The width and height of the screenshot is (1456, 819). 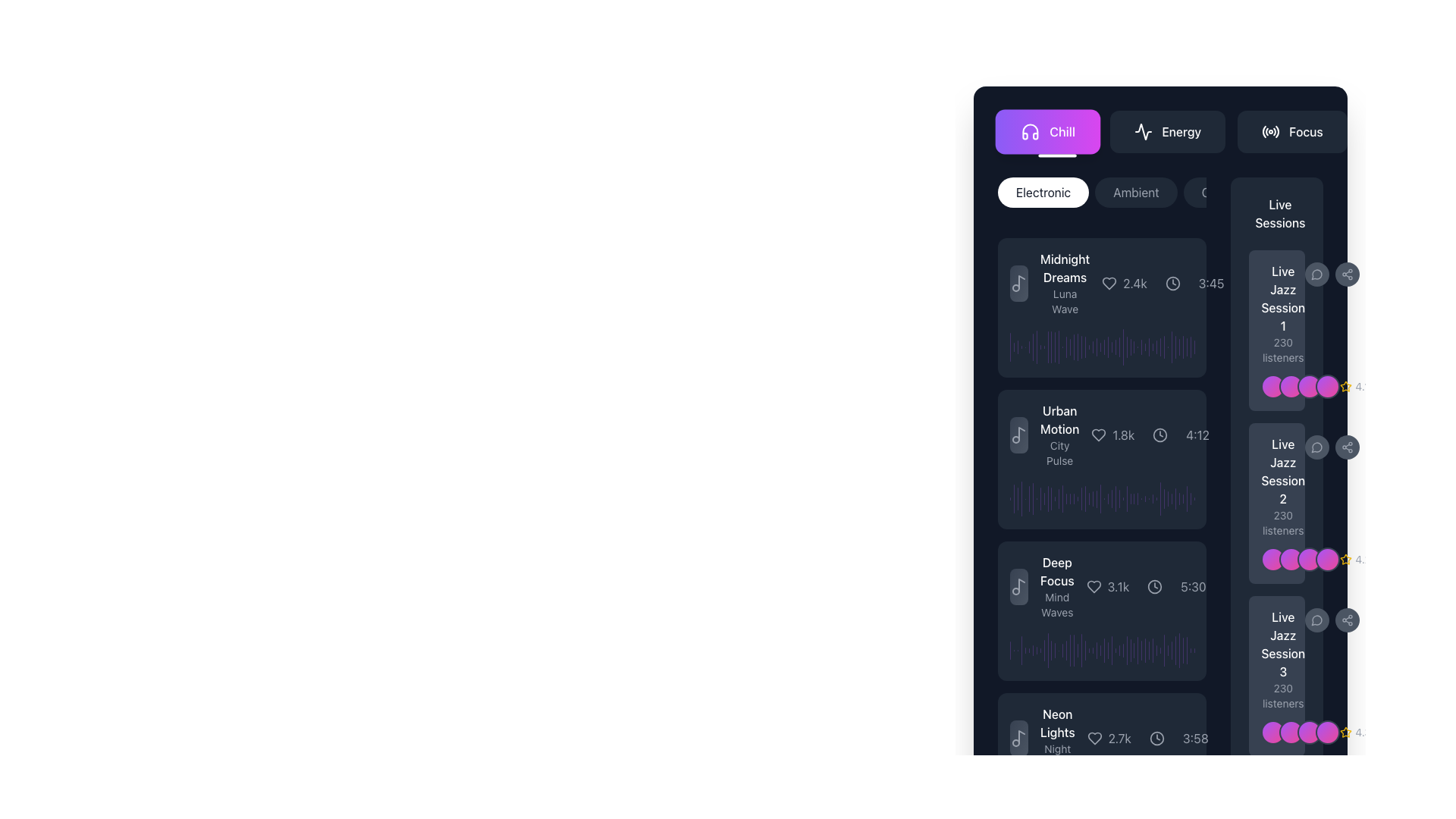 I want to click on informational block displaying '2.4k' likes and '3:45' duration, positioned below the song title and artist information, so click(x=1162, y=284).